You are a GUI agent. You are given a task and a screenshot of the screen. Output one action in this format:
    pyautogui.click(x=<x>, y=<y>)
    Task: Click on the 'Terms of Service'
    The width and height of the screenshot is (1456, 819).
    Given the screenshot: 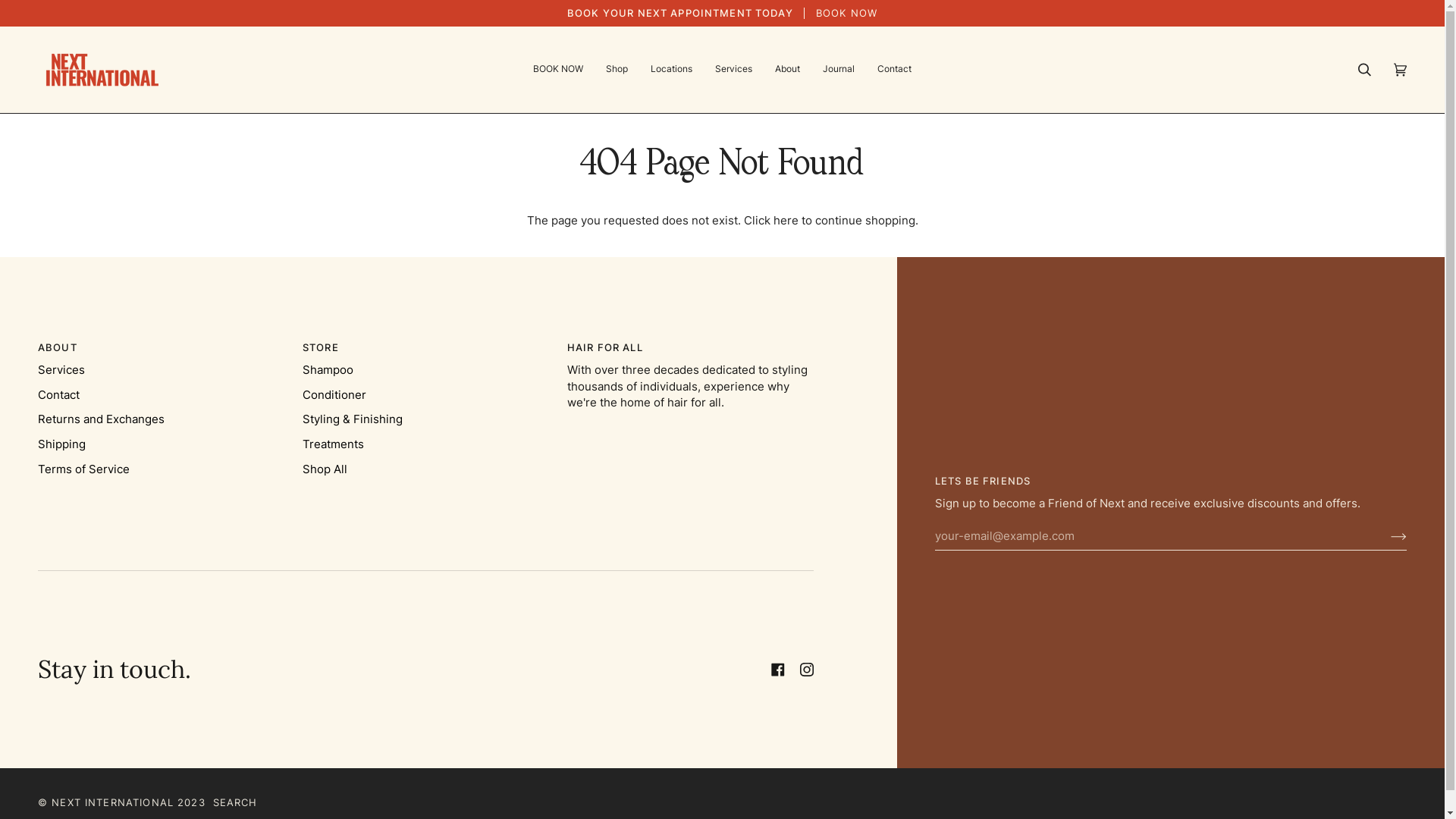 What is the action you would take?
    pyautogui.click(x=83, y=468)
    